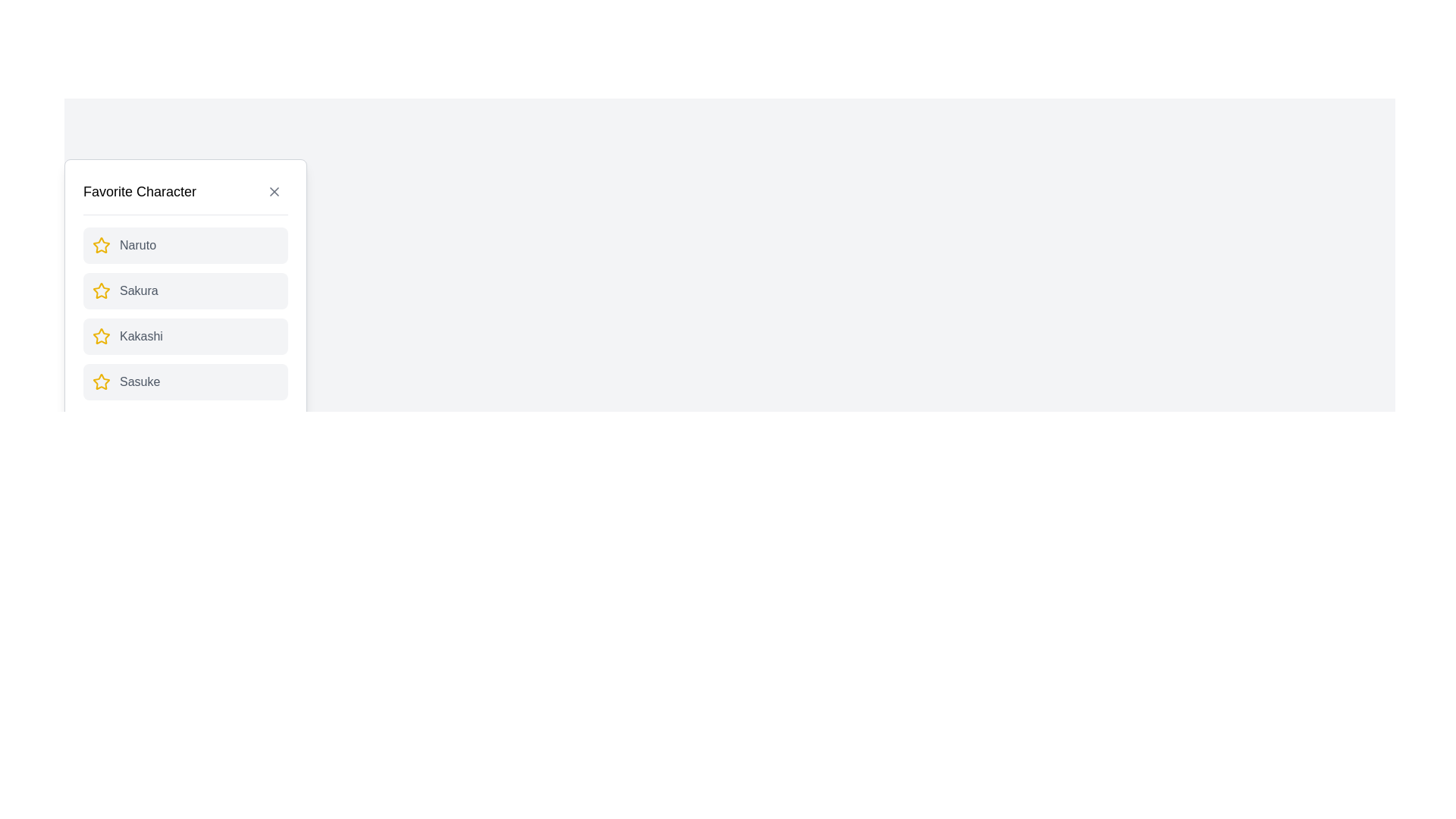 The image size is (1456, 819). Describe the element at coordinates (184, 245) in the screenshot. I see `the selectable option labeled 'Naruto' in the 'Favorite Character' list` at that location.